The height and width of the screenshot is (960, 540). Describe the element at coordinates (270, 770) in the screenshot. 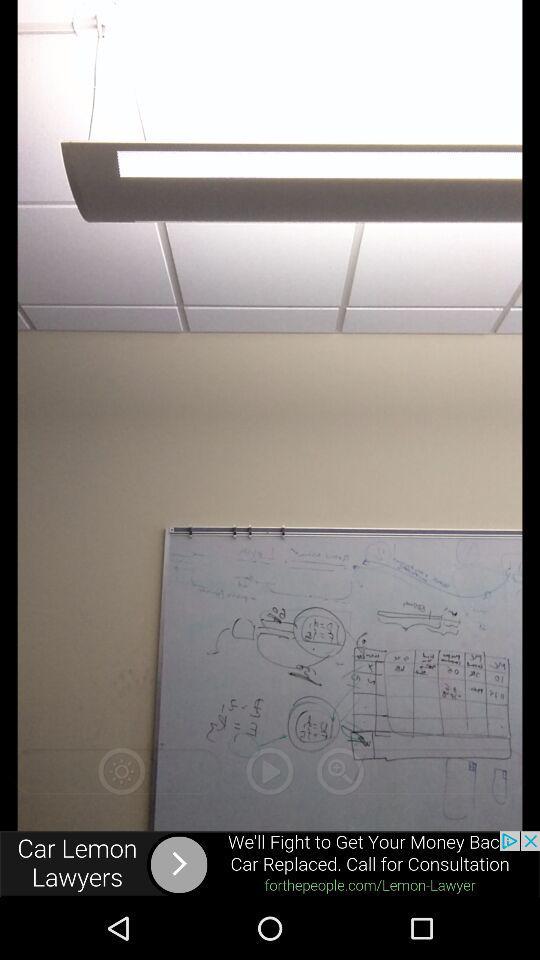

I see `play` at that location.